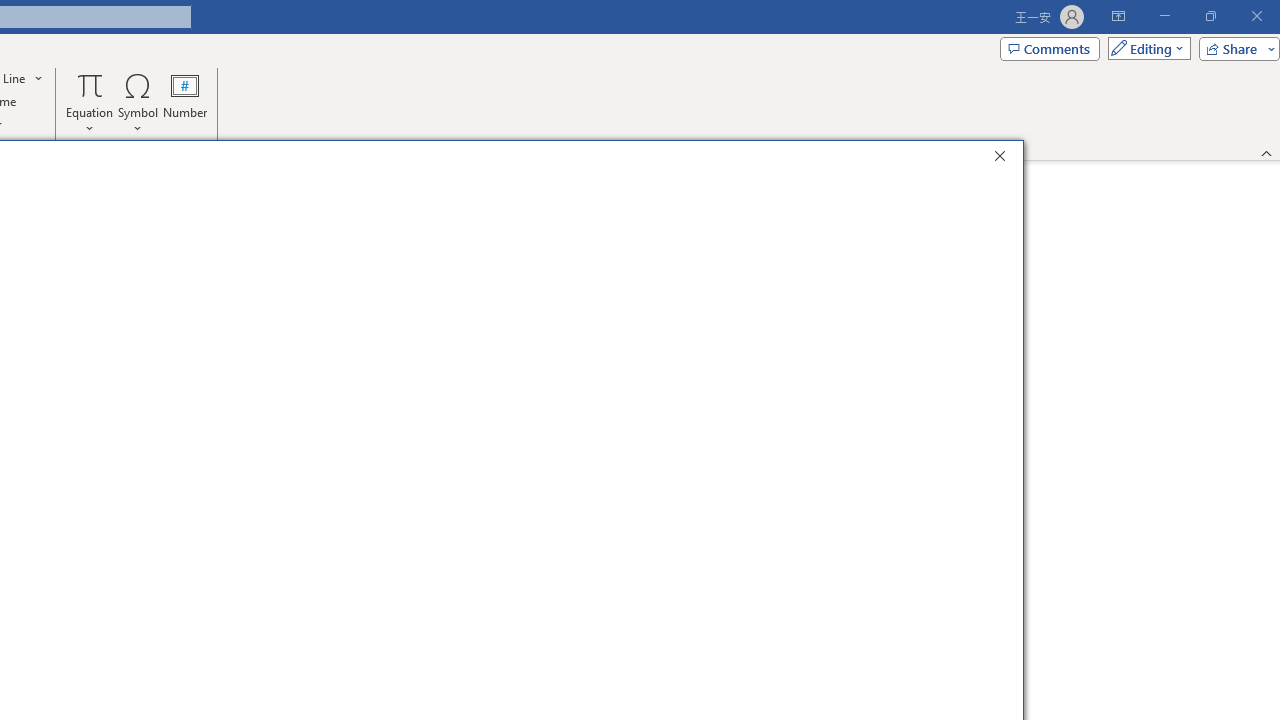 Image resolution: width=1280 pixels, height=720 pixels. What do you see at coordinates (89, 84) in the screenshot?
I see `'Equation'` at bounding box center [89, 84].